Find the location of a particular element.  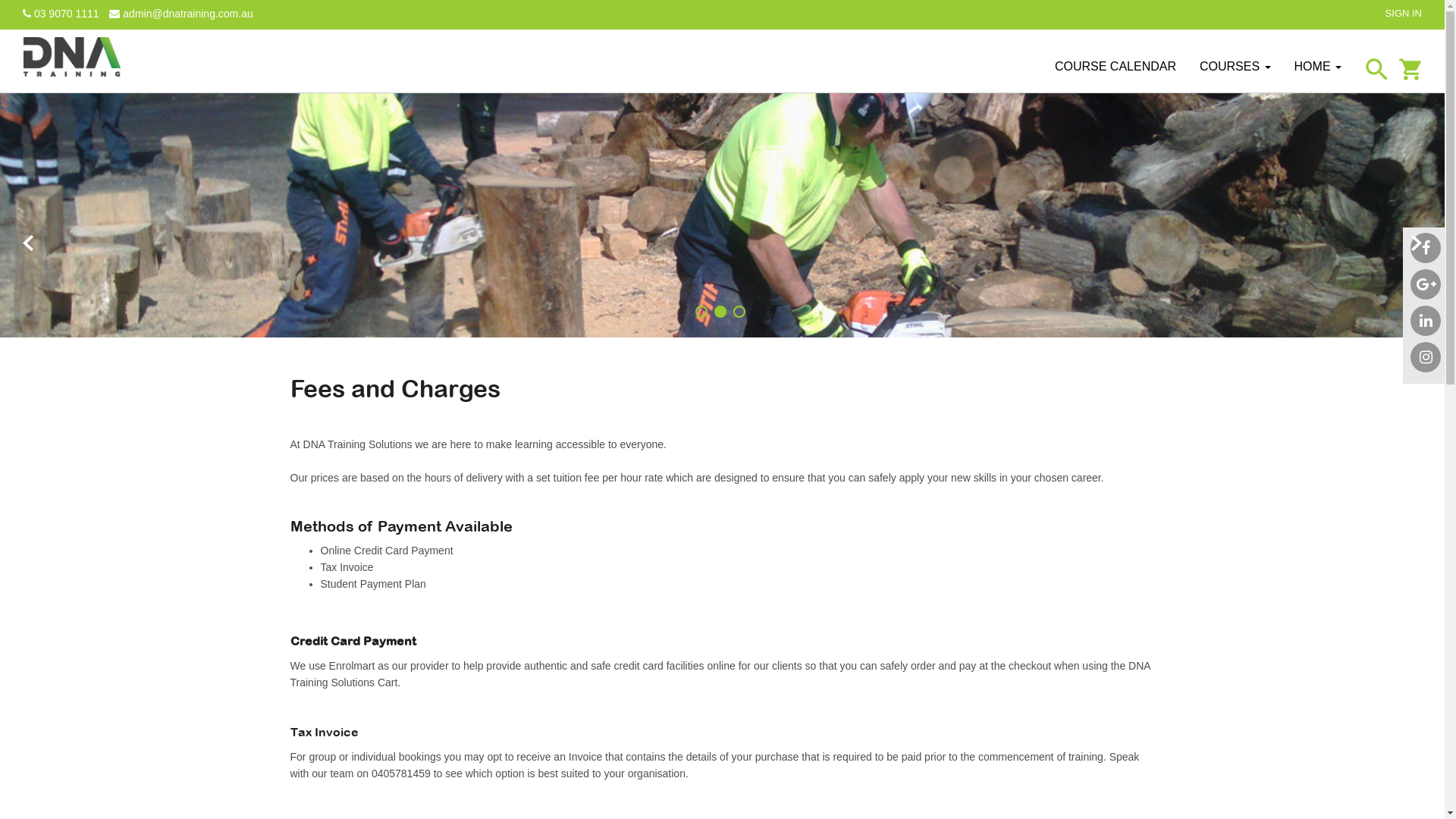

'HOME' is located at coordinates (1316, 64).